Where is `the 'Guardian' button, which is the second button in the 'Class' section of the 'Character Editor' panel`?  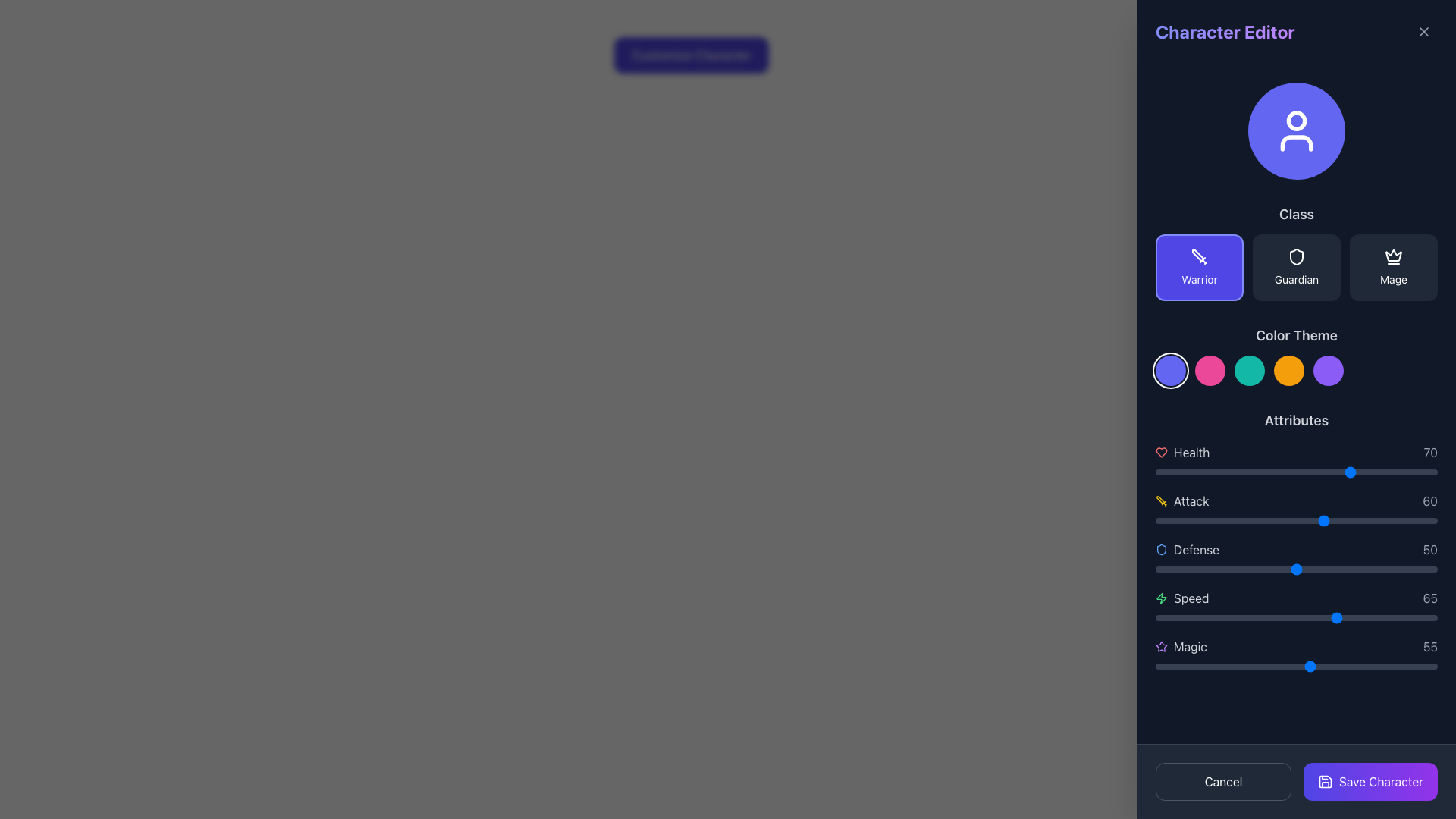
the 'Guardian' button, which is the second button in the 'Class' section of the 'Character Editor' panel is located at coordinates (1295, 267).